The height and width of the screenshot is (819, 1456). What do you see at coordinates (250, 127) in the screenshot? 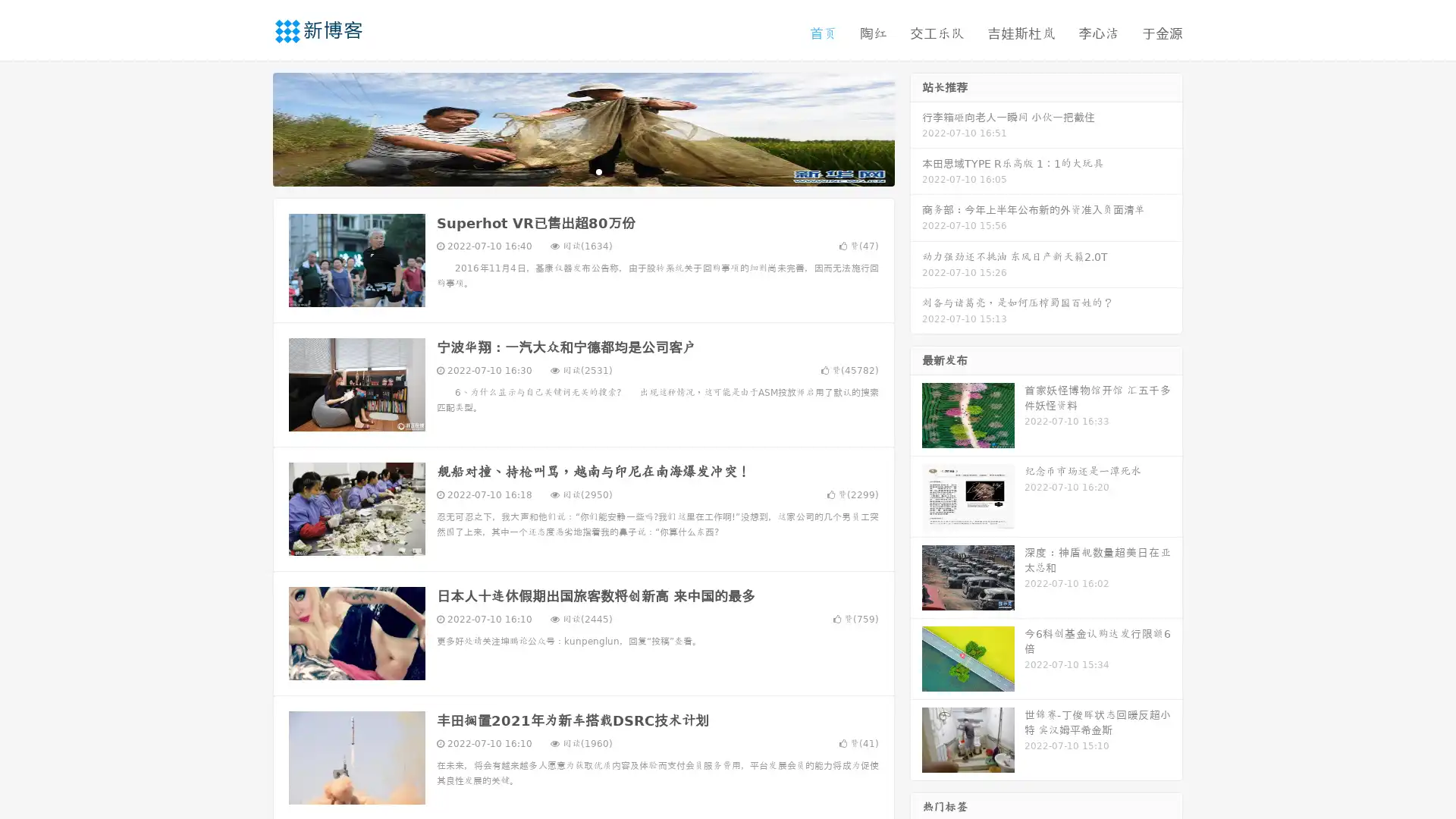
I see `Previous slide` at bounding box center [250, 127].